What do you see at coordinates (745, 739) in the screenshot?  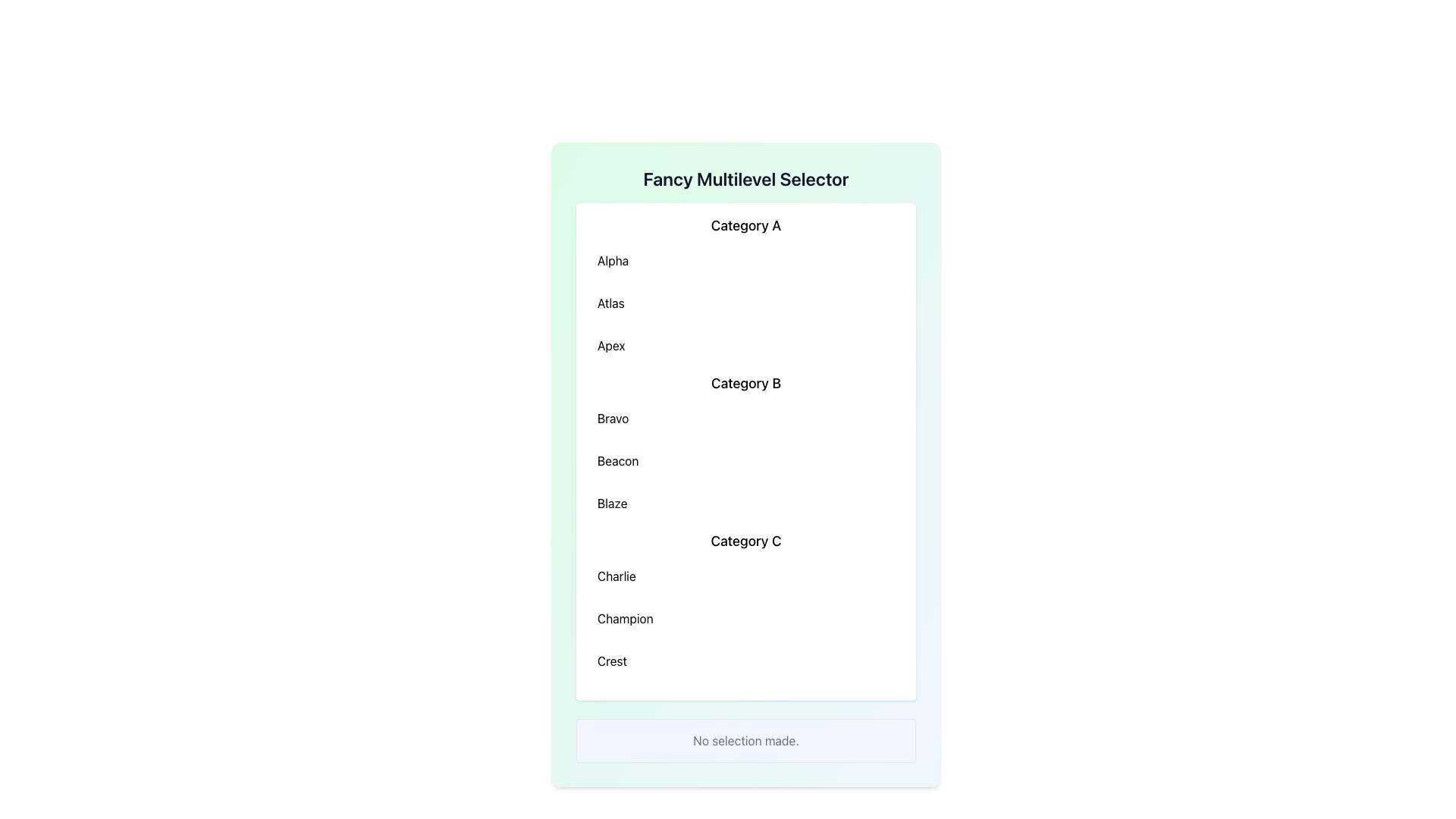 I see `the Informational Text Box located at the bottom of the 'Fancy Multilevel Selector' panel, which indicates that no option has been selected` at bounding box center [745, 739].